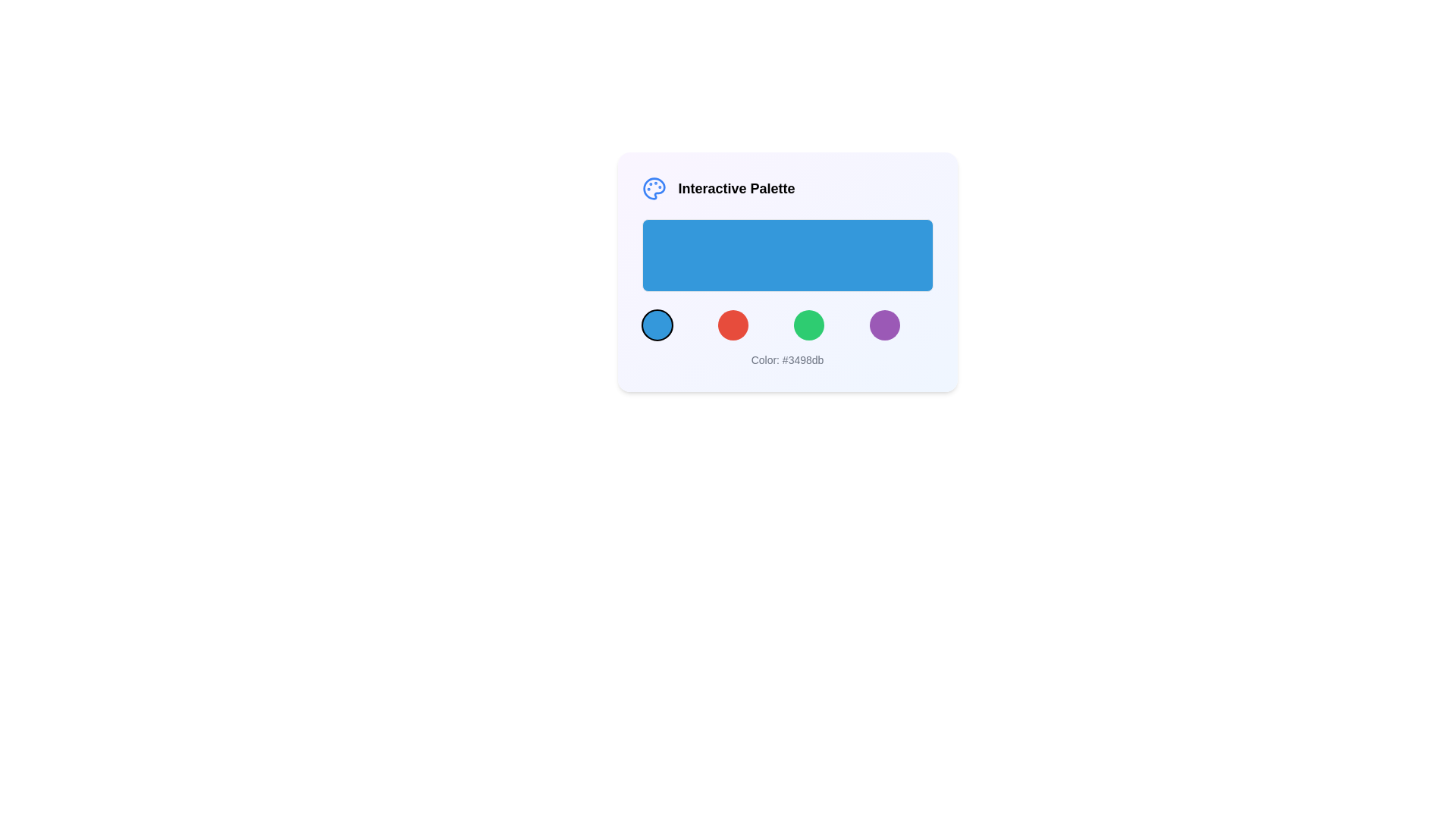 Image resolution: width=1456 pixels, height=819 pixels. I want to click on text displayed in the text label that shows the currently selected color code, located just below a row of four circular color icons, so click(787, 359).